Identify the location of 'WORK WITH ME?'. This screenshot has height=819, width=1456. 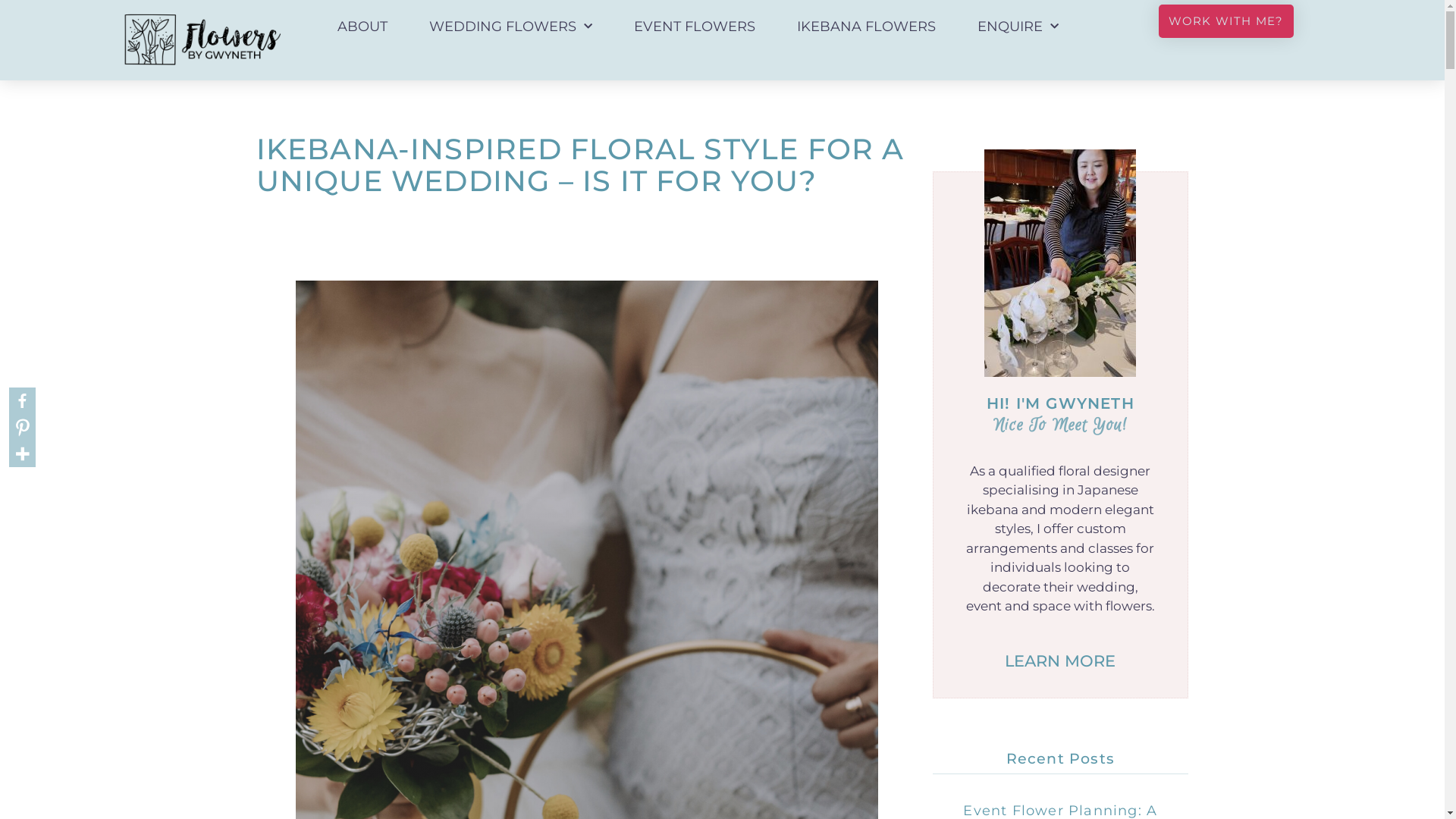
(1157, 20).